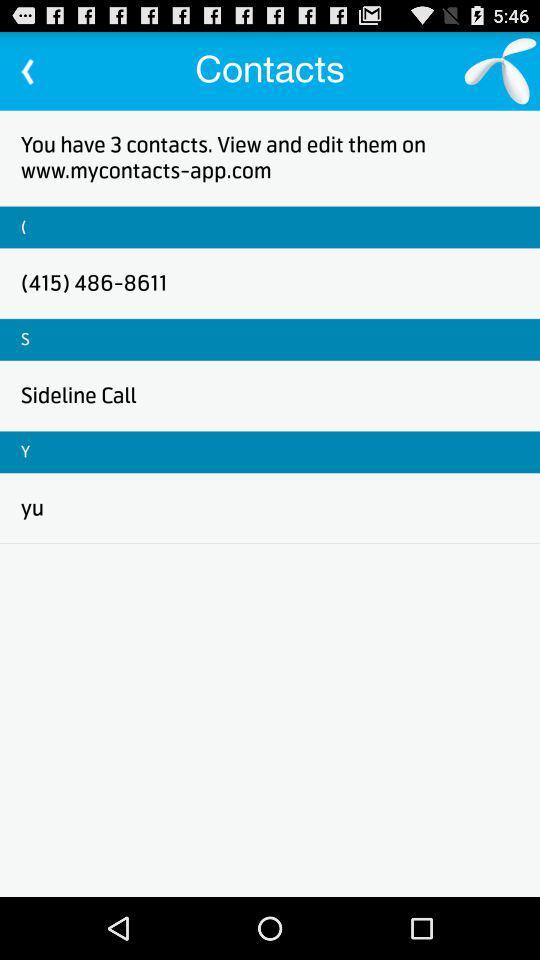 Image resolution: width=540 pixels, height=960 pixels. Describe the element at coordinates (24, 452) in the screenshot. I see `the item above the yu item` at that location.